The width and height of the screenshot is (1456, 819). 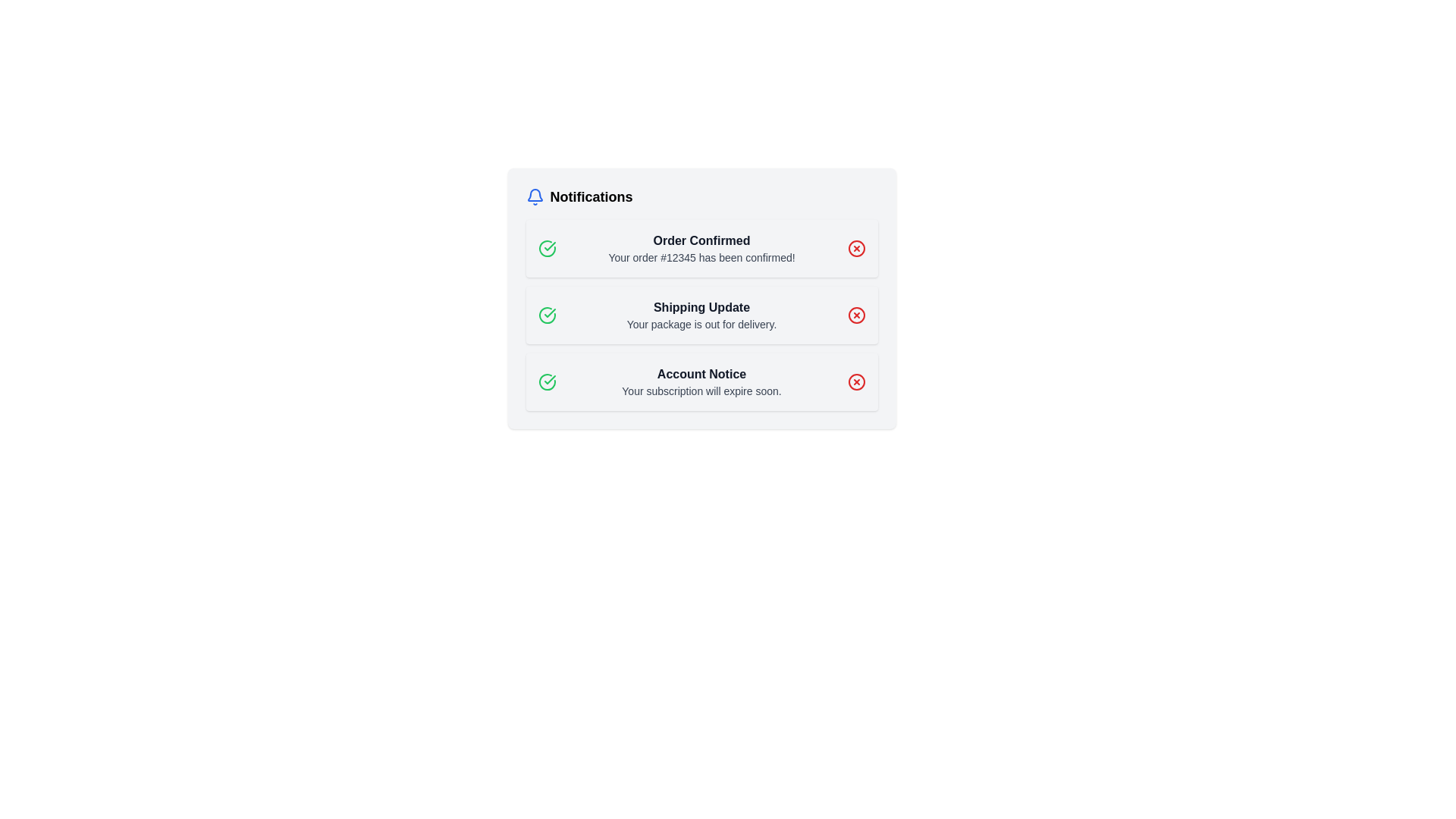 What do you see at coordinates (548, 379) in the screenshot?
I see `the success icon located on the far left side of the notification row in the Notifications panel, adjacent to the text 'Order Confirmed'` at bounding box center [548, 379].